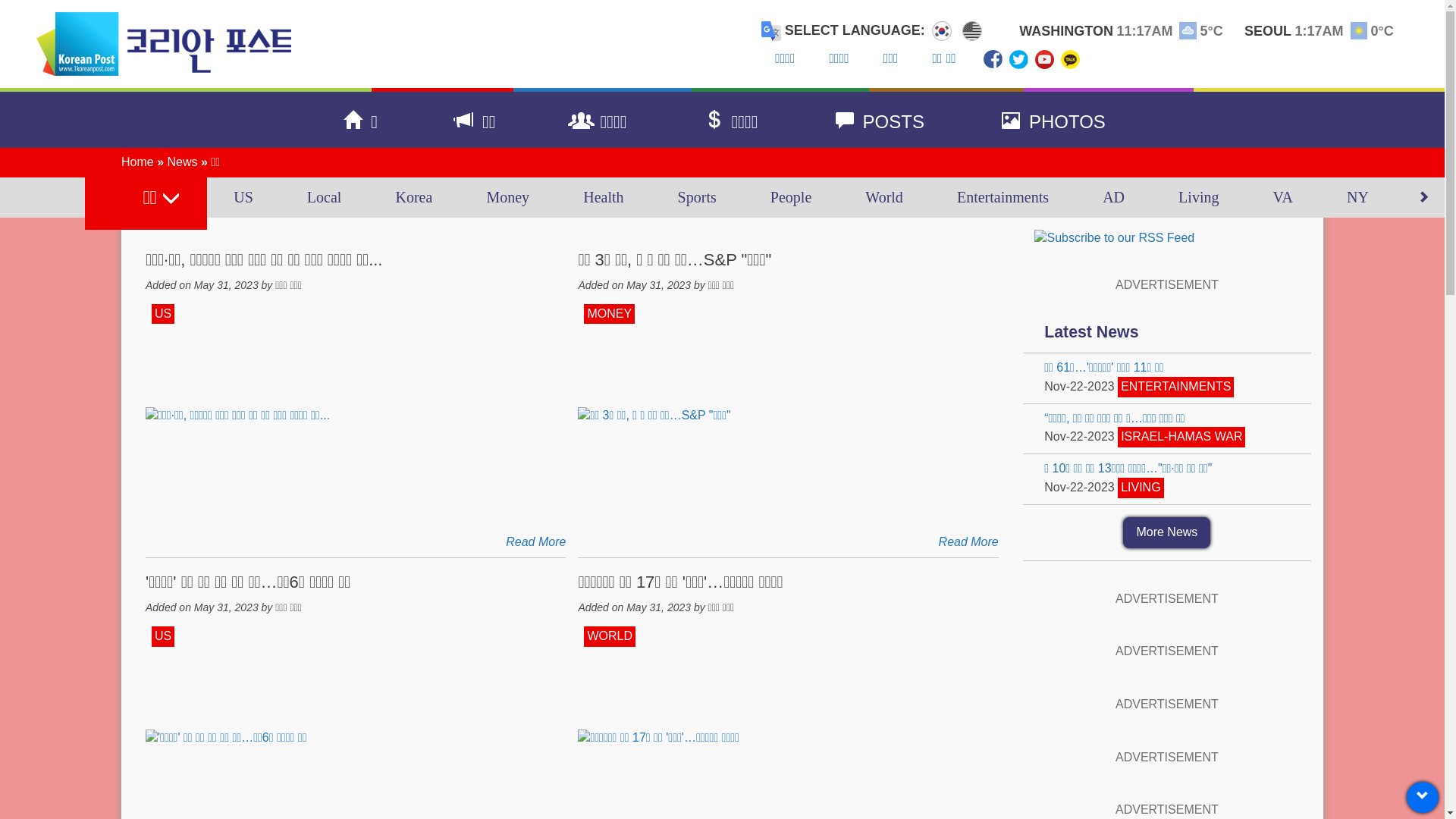 The height and width of the screenshot is (819, 1456). What do you see at coordinates (940, 29) in the screenshot?
I see `'Korean'` at bounding box center [940, 29].